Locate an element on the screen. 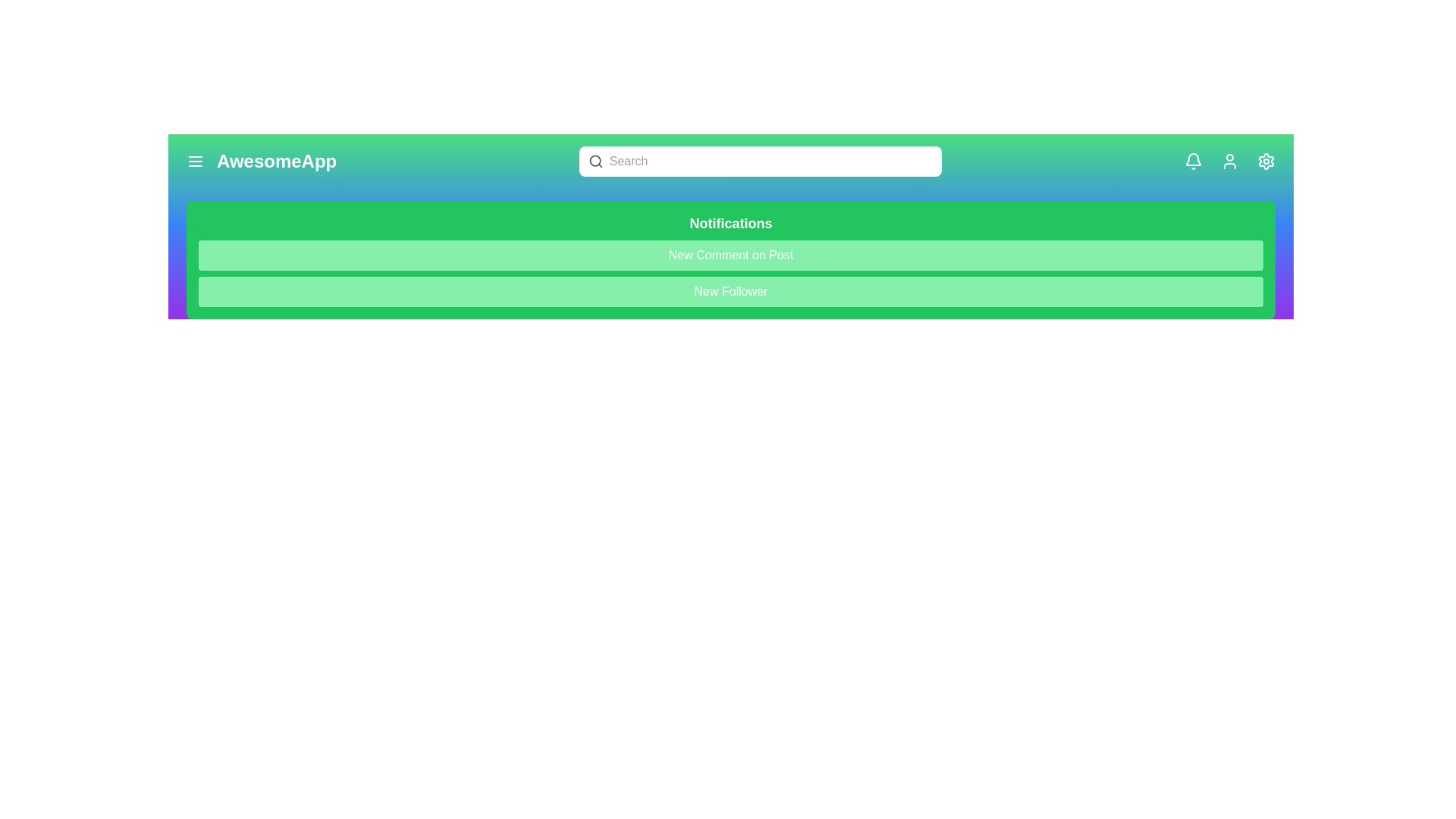  the decorative search icon located on the left side of the search bar, which indicates the purpose of the text box for entering search queries is located at coordinates (595, 161).